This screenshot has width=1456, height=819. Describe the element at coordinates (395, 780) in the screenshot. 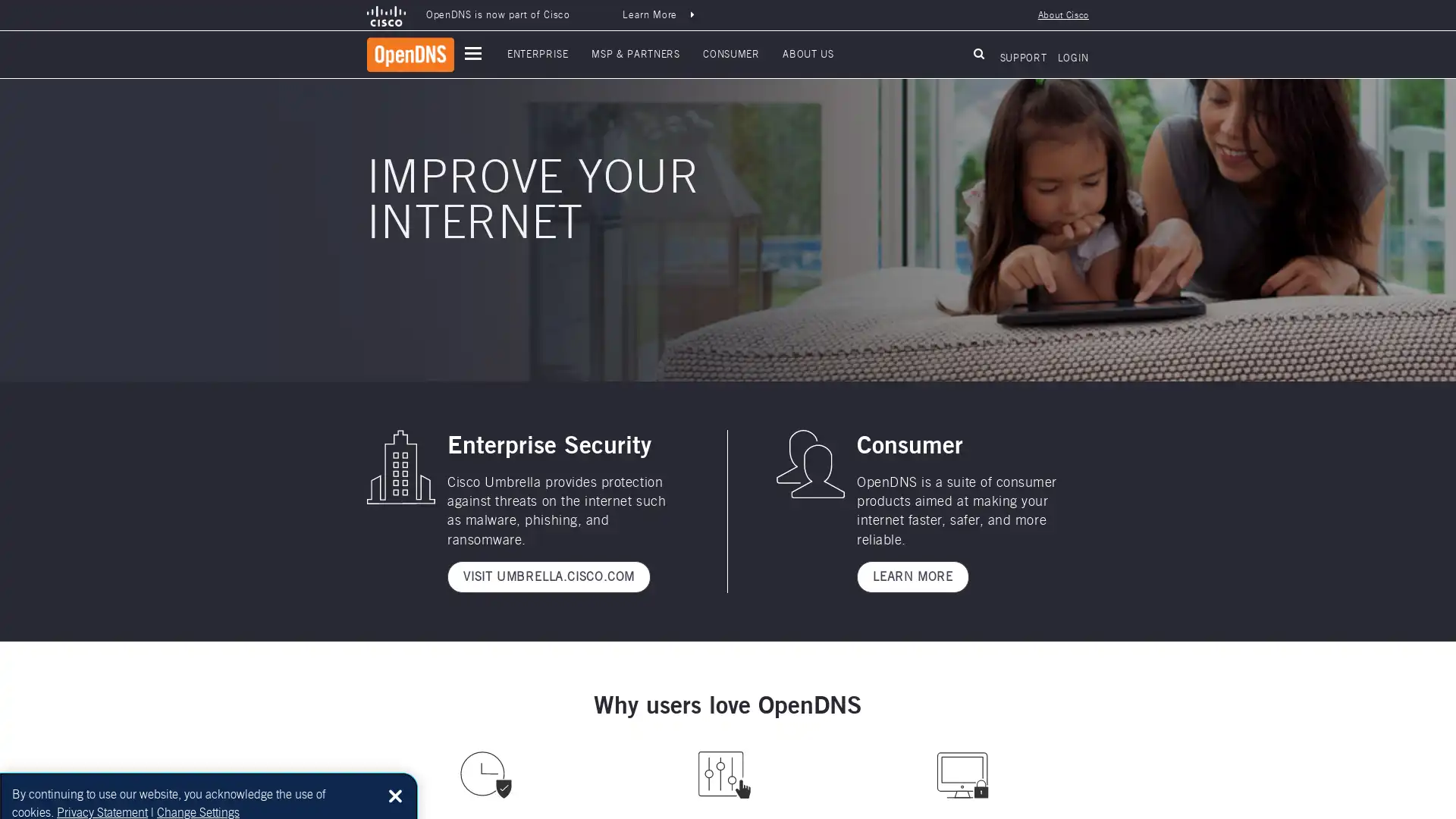

I see `Close` at that location.